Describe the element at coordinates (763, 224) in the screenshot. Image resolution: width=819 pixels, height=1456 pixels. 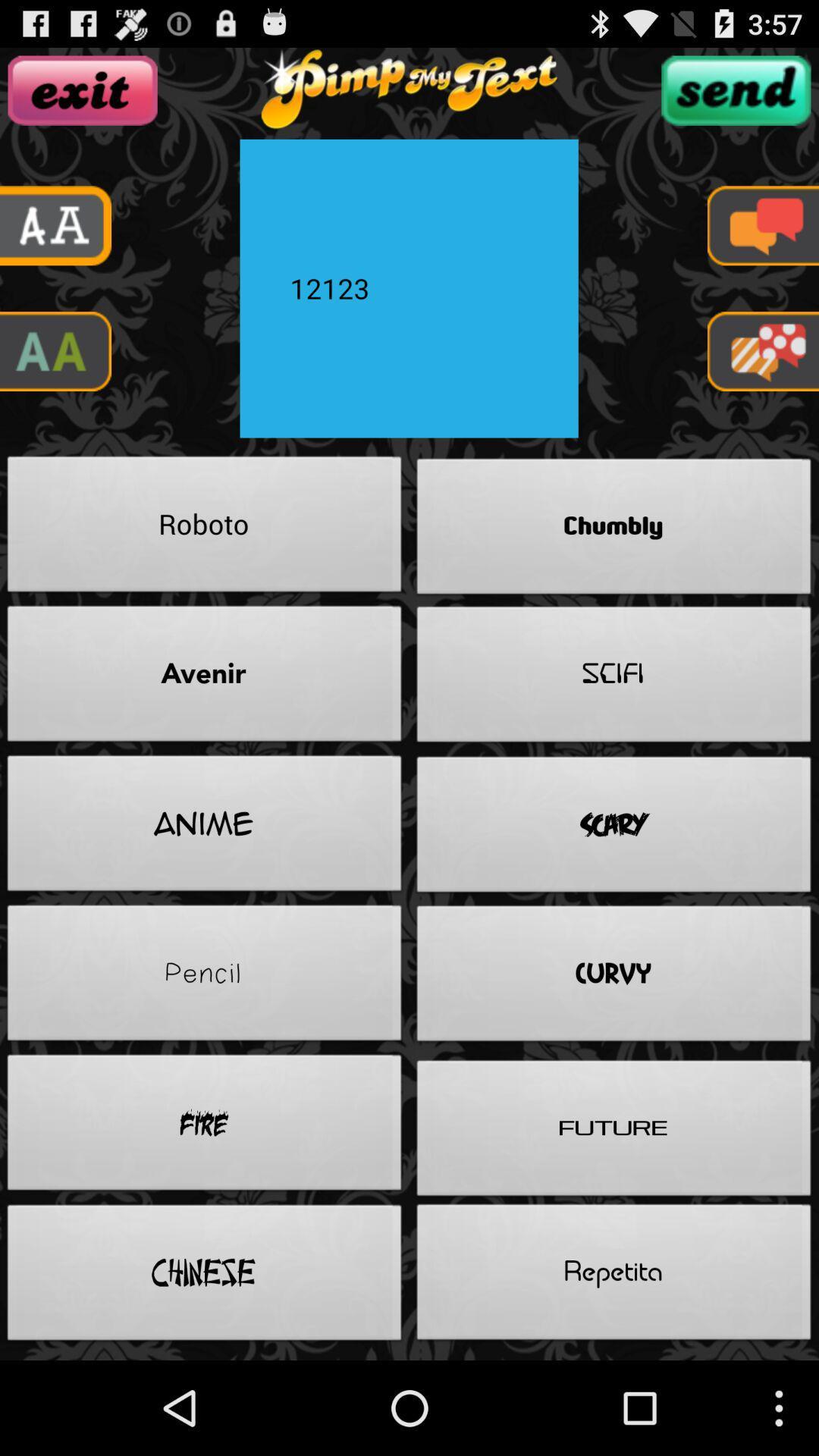
I see `massage` at that location.